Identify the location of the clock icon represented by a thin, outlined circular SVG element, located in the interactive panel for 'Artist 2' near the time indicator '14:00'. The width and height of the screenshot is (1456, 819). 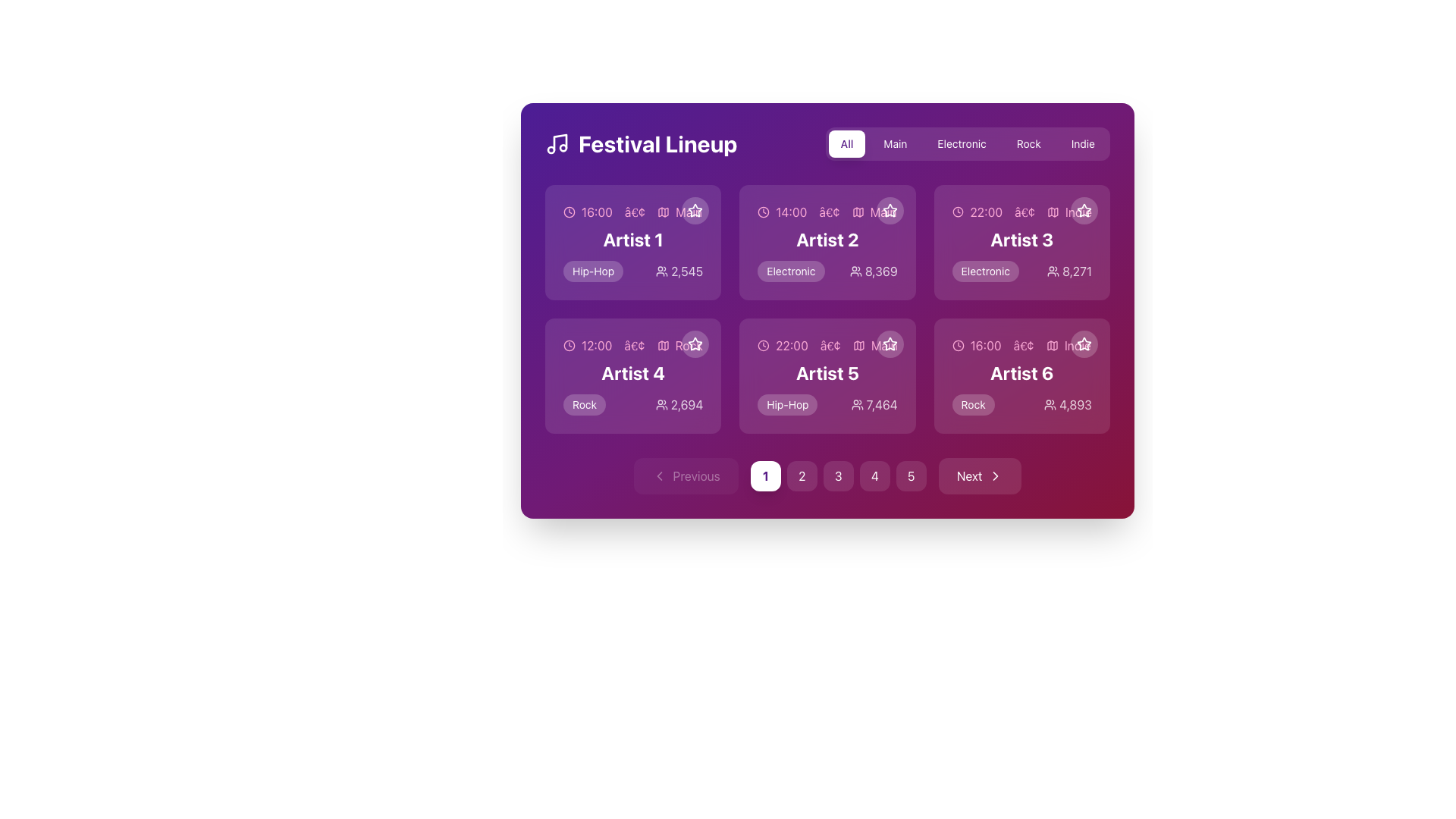
(764, 212).